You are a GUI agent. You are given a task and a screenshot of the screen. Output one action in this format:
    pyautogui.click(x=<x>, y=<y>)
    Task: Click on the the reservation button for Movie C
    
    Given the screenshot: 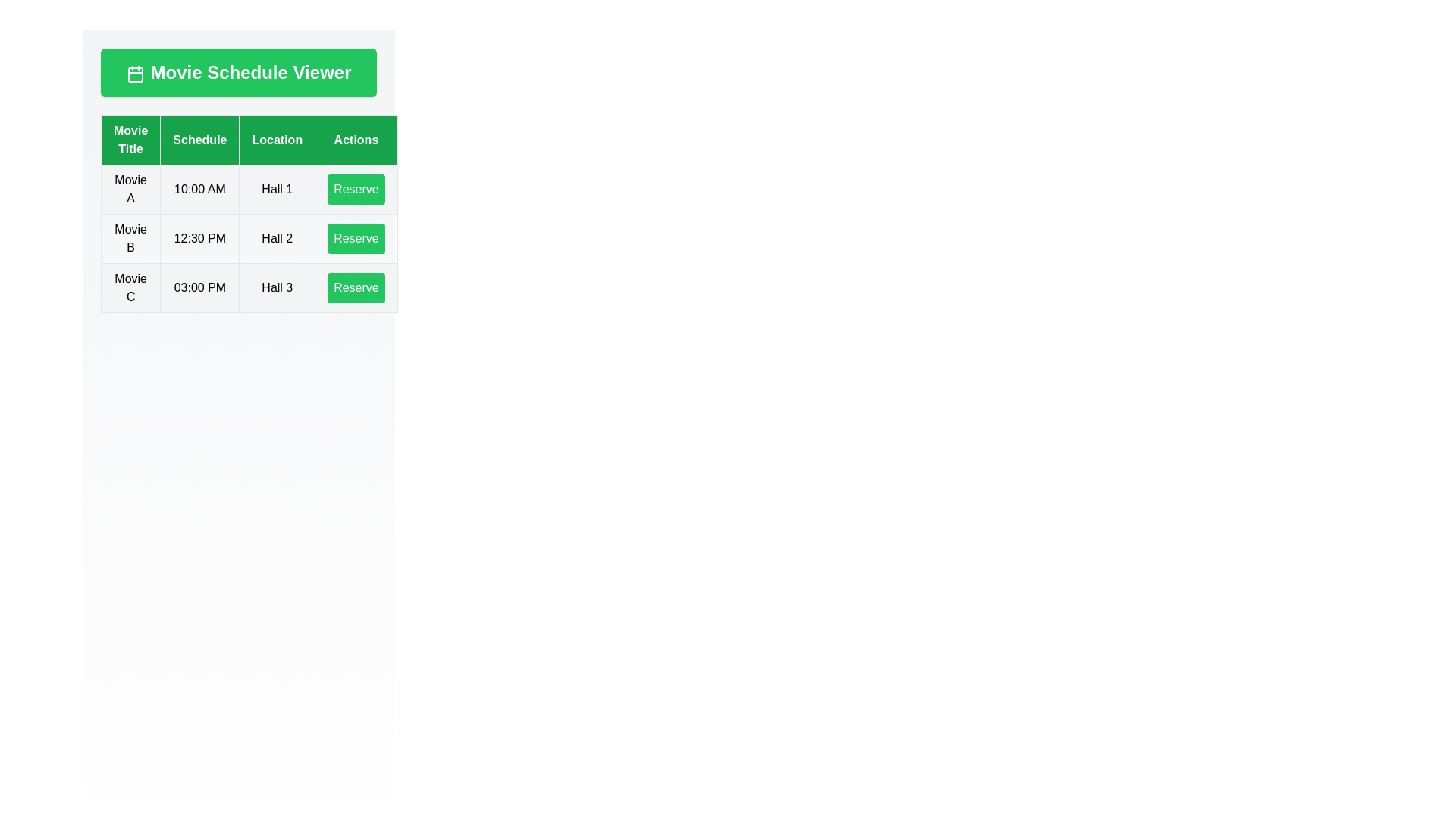 What is the action you would take?
    pyautogui.click(x=356, y=288)
    